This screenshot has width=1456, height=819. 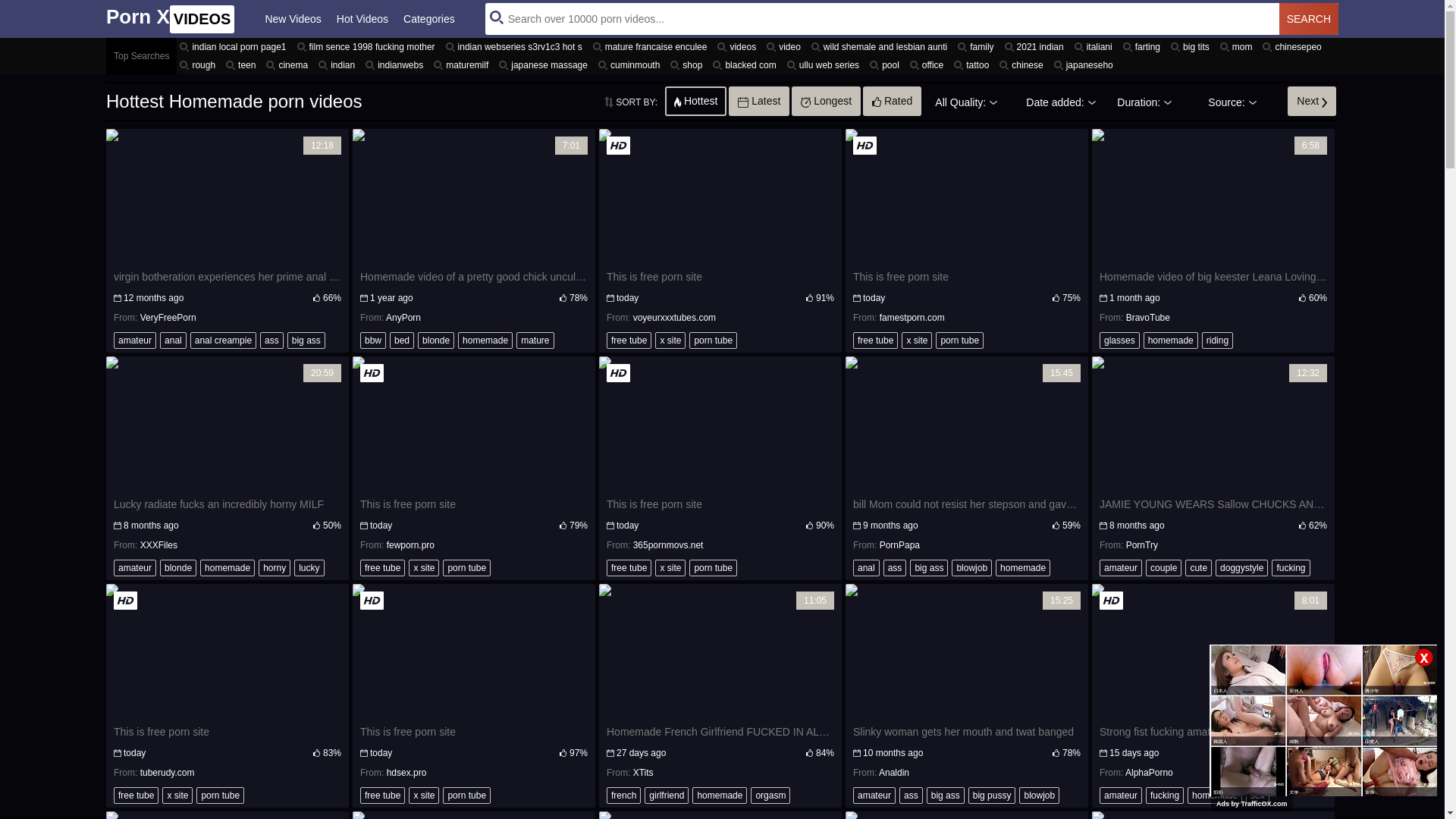 I want to click on 'tuberudy.com', so click(x=140, y=772).